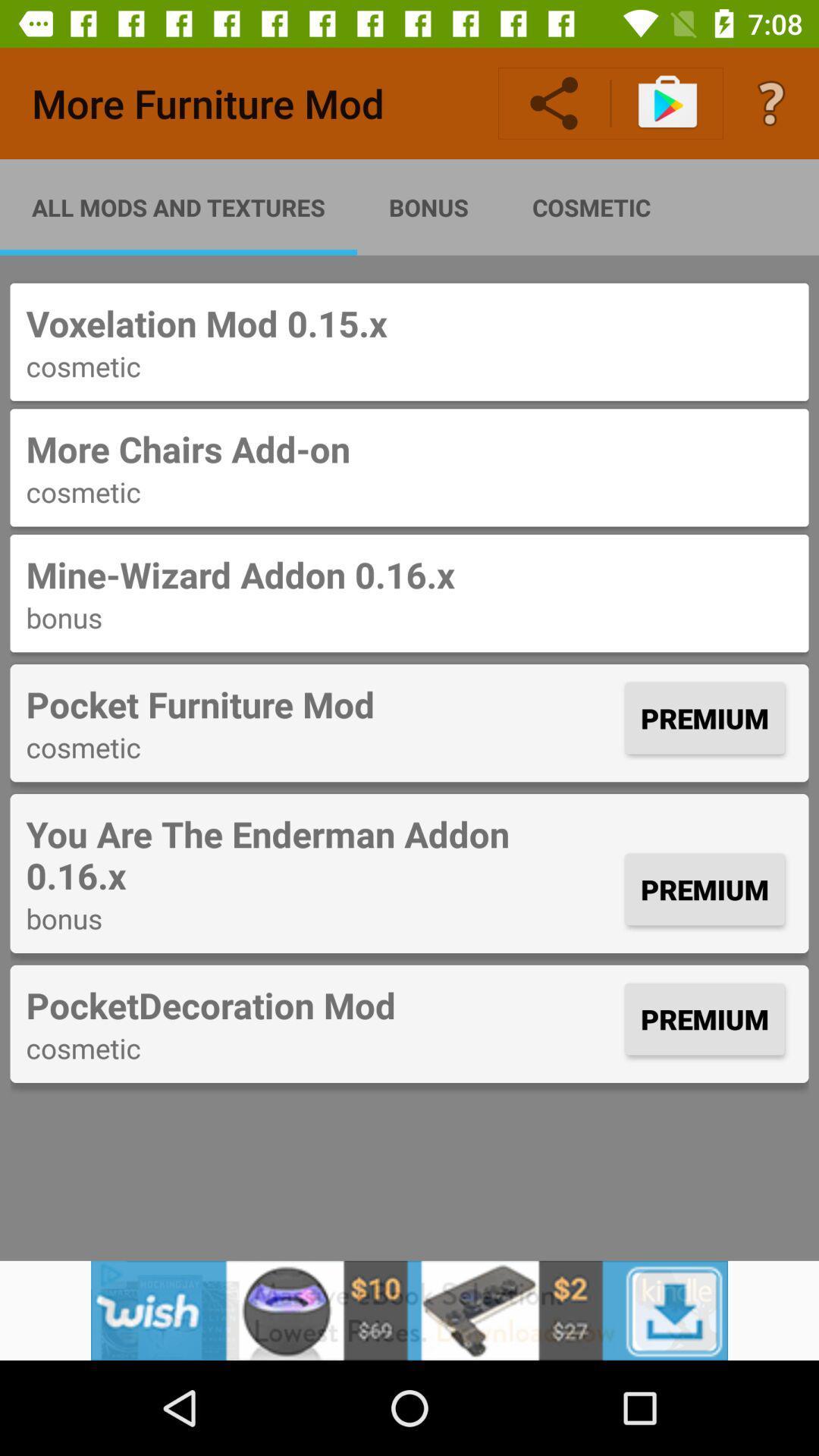 The image size is (819, 1456). Describe the element at coordinates (771, 103) in the screenshot. I see `or help  button which is after play store icon on a page` at that location.